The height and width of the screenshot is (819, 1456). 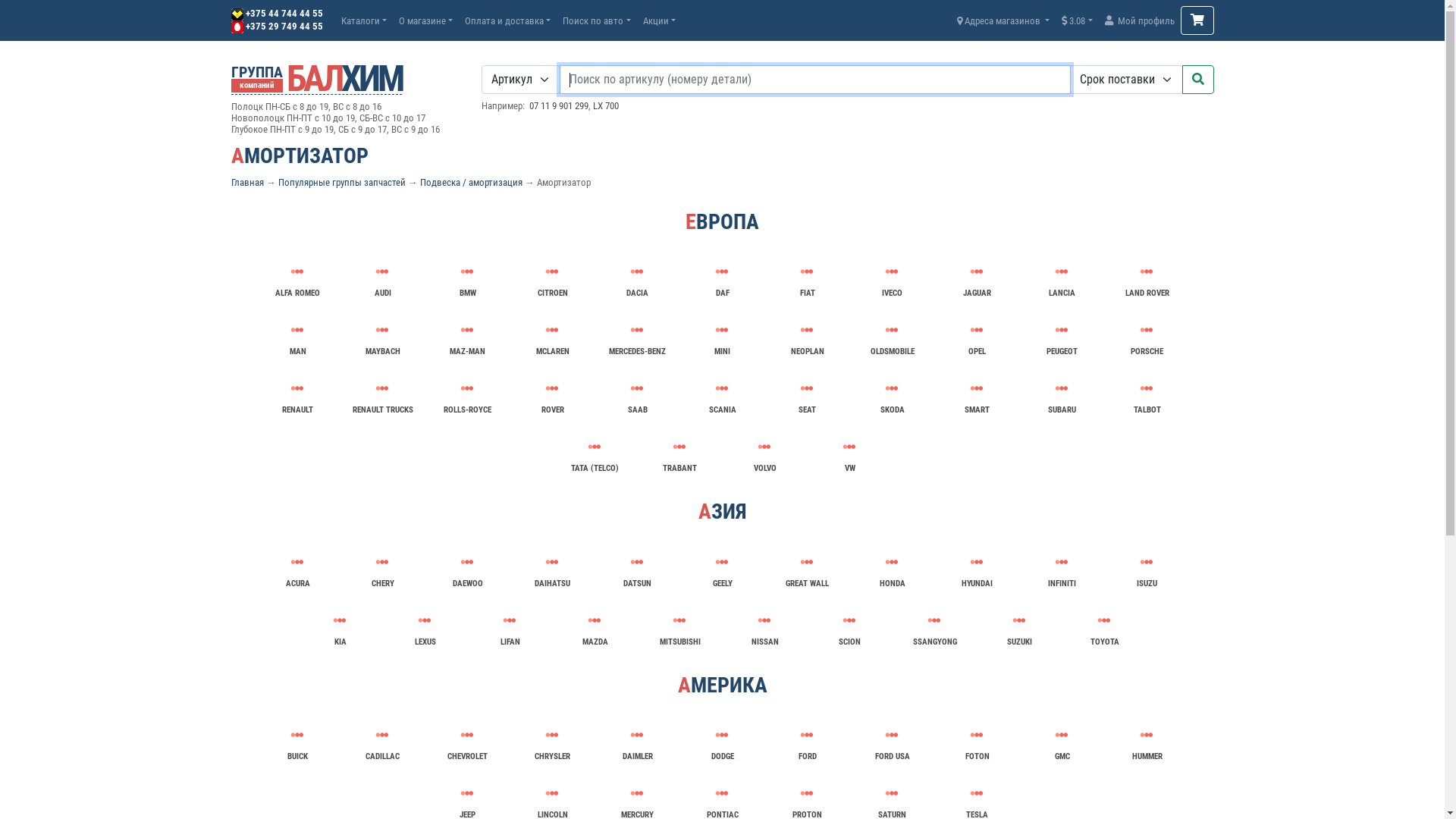 What do you see at coordinates (593, 620) in the screenshot?
I see `'MAZDA'` at bounding box center [593, 620].